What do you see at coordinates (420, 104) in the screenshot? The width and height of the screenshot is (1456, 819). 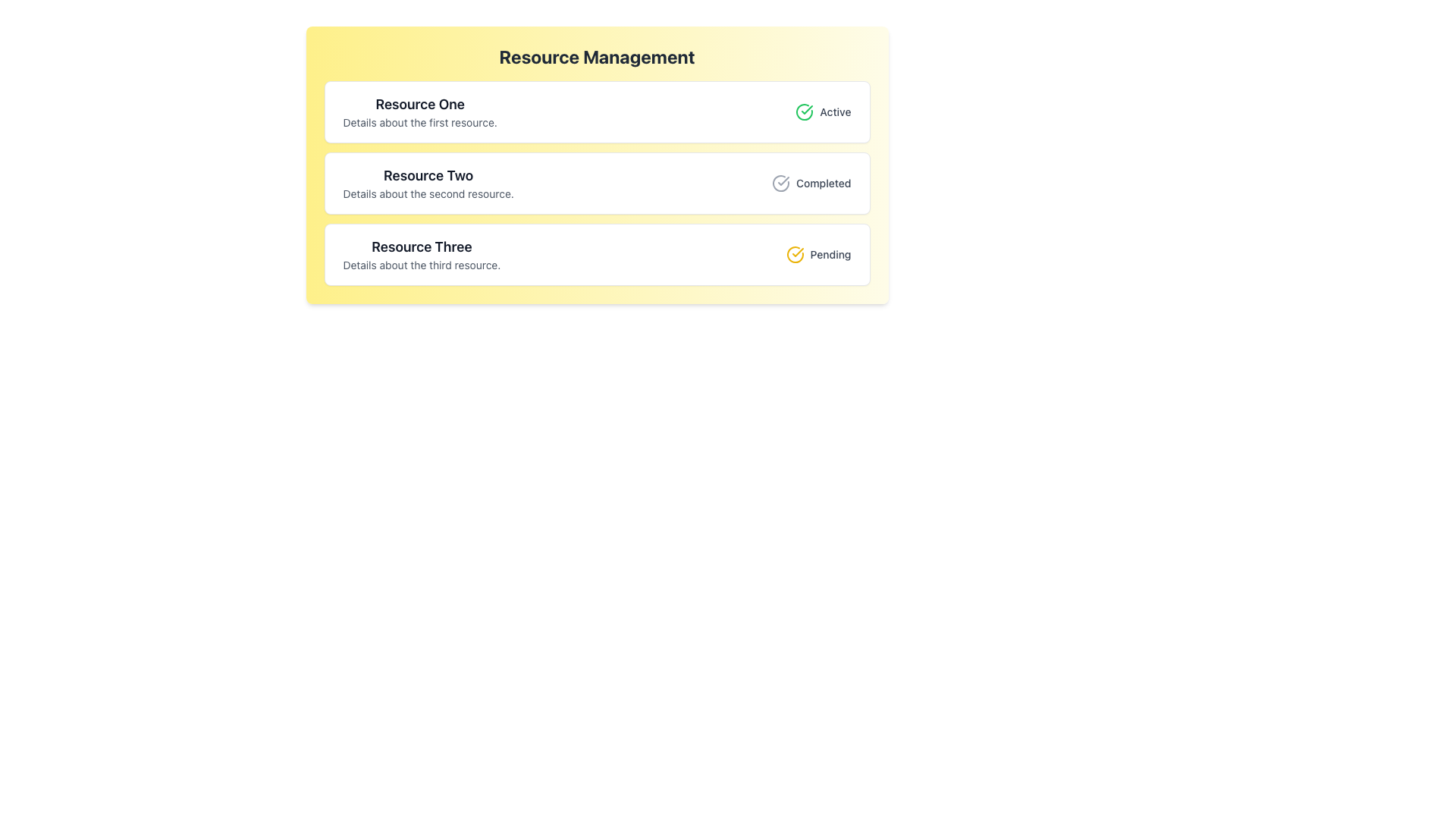 I see `text content of the 'Resource One' text label, which is styled with a bold and large font and located within a white card against a yellow background` at bounding box center [420, 104].